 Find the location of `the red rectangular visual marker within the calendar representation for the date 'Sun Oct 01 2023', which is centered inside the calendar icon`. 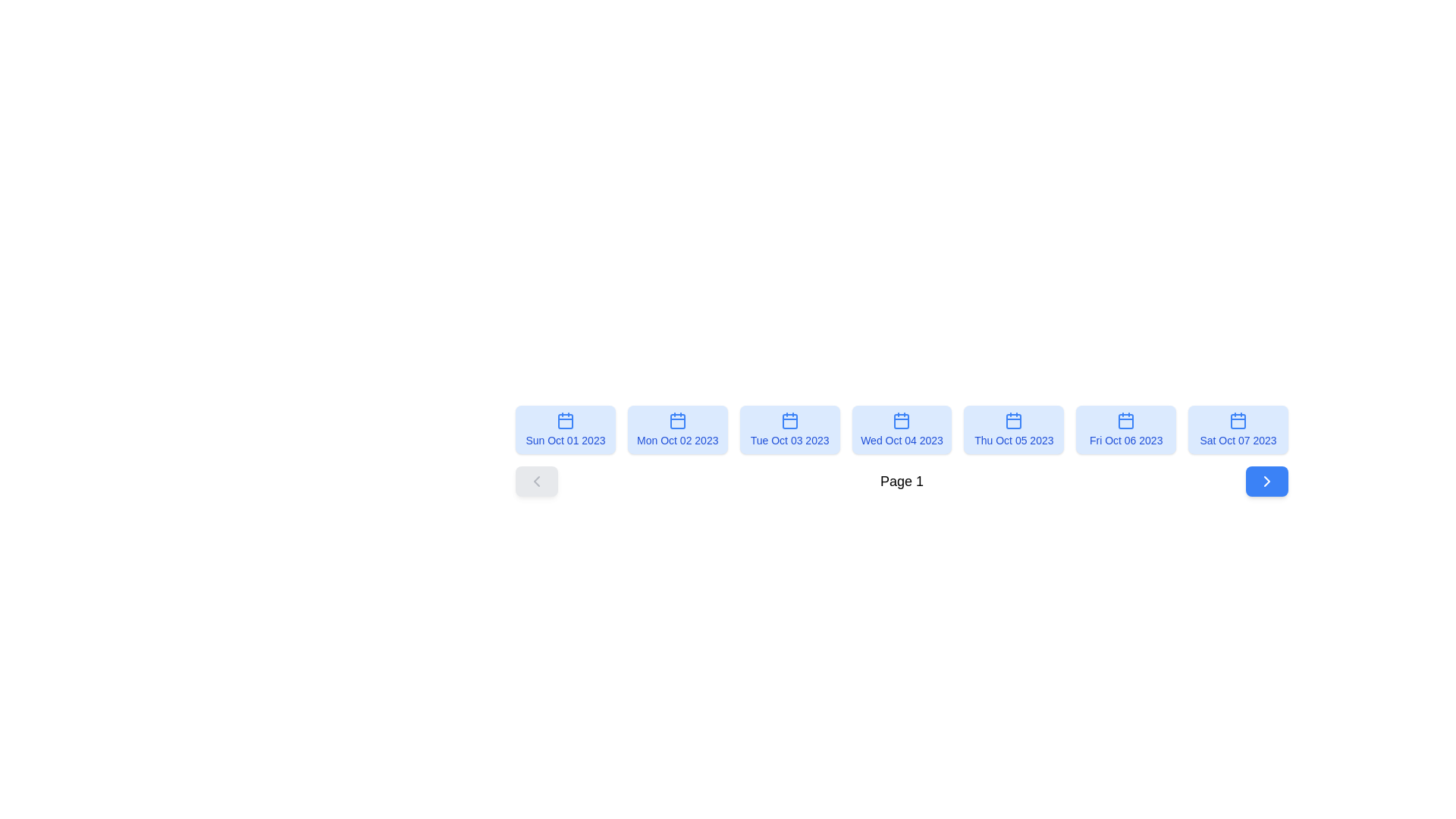

the red rectangular visual marker within the calendar representation for the date 'Sun Oct 01 2023', which is centered inside the calendar icon is located at coordinates (564, 421).